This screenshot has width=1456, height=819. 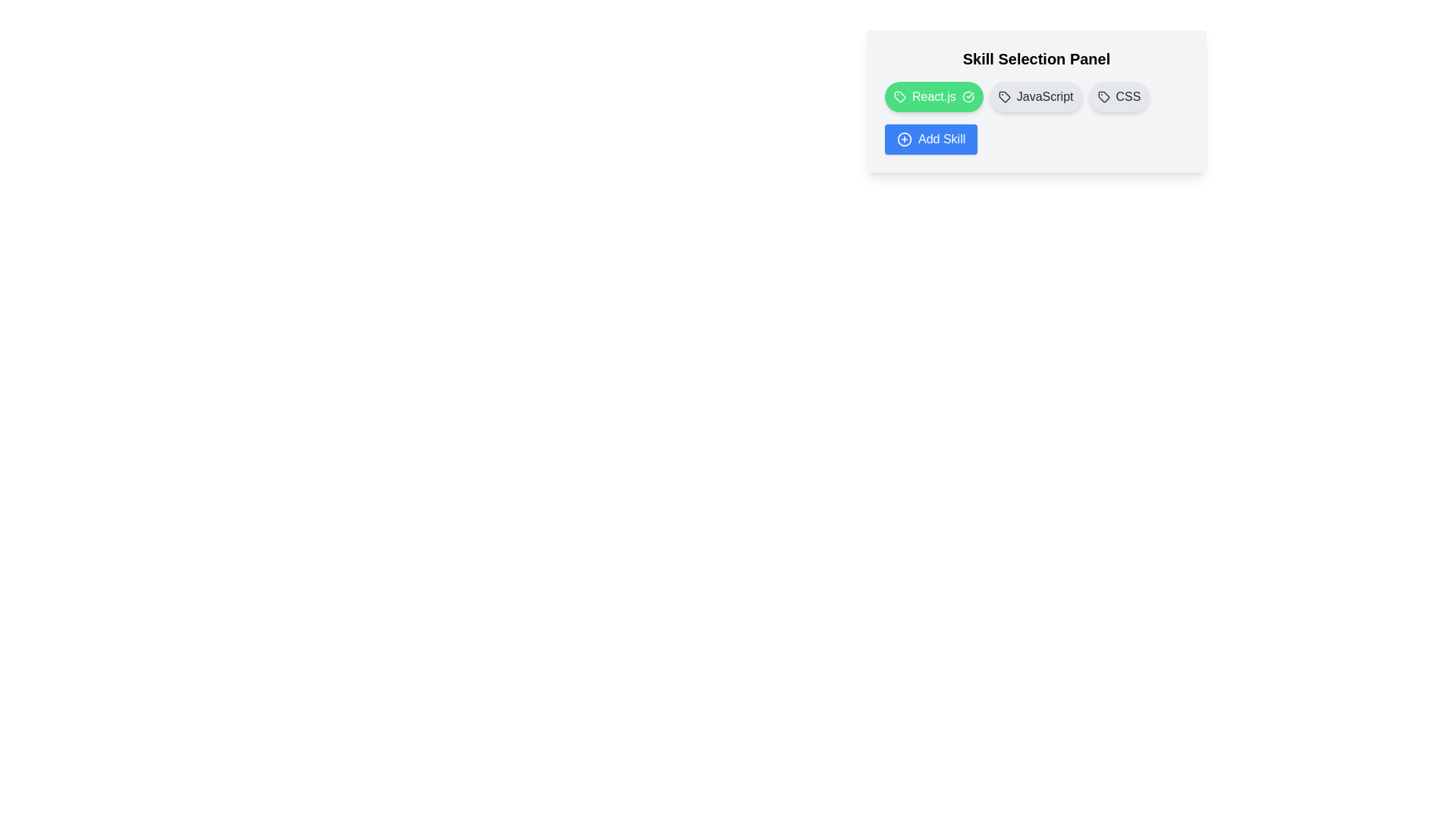 What do you see at coordinates (1036, 102) in the screenshot?
I see `the selectable badge for the skill 'JavaScript' located in the 'Skill Selection Panel'` at bounding box center [1036, 102].